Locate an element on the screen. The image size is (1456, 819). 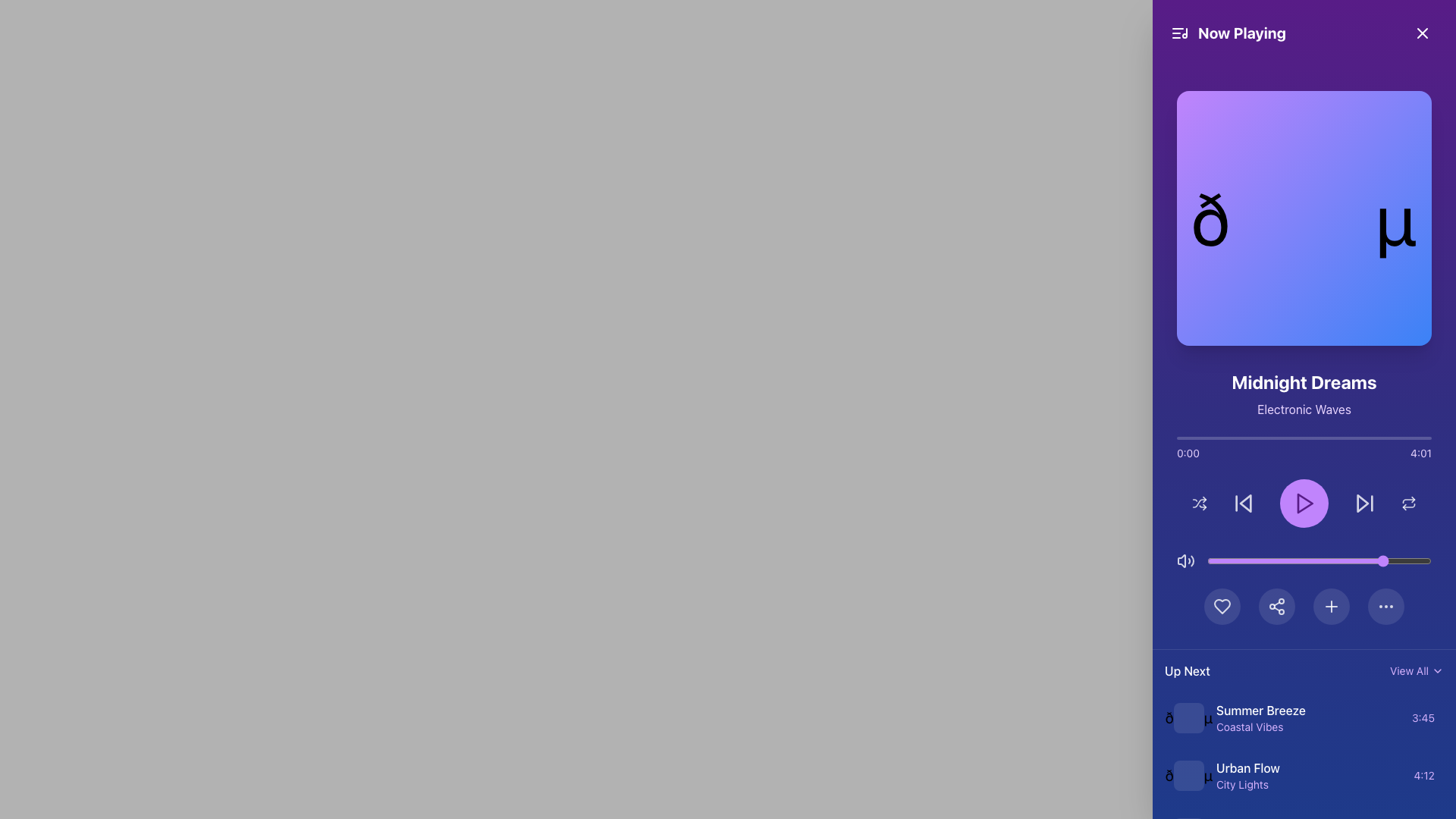
the second list item in the 'Up Next' section of the media playback interface is located at coordinates (1303, 775).